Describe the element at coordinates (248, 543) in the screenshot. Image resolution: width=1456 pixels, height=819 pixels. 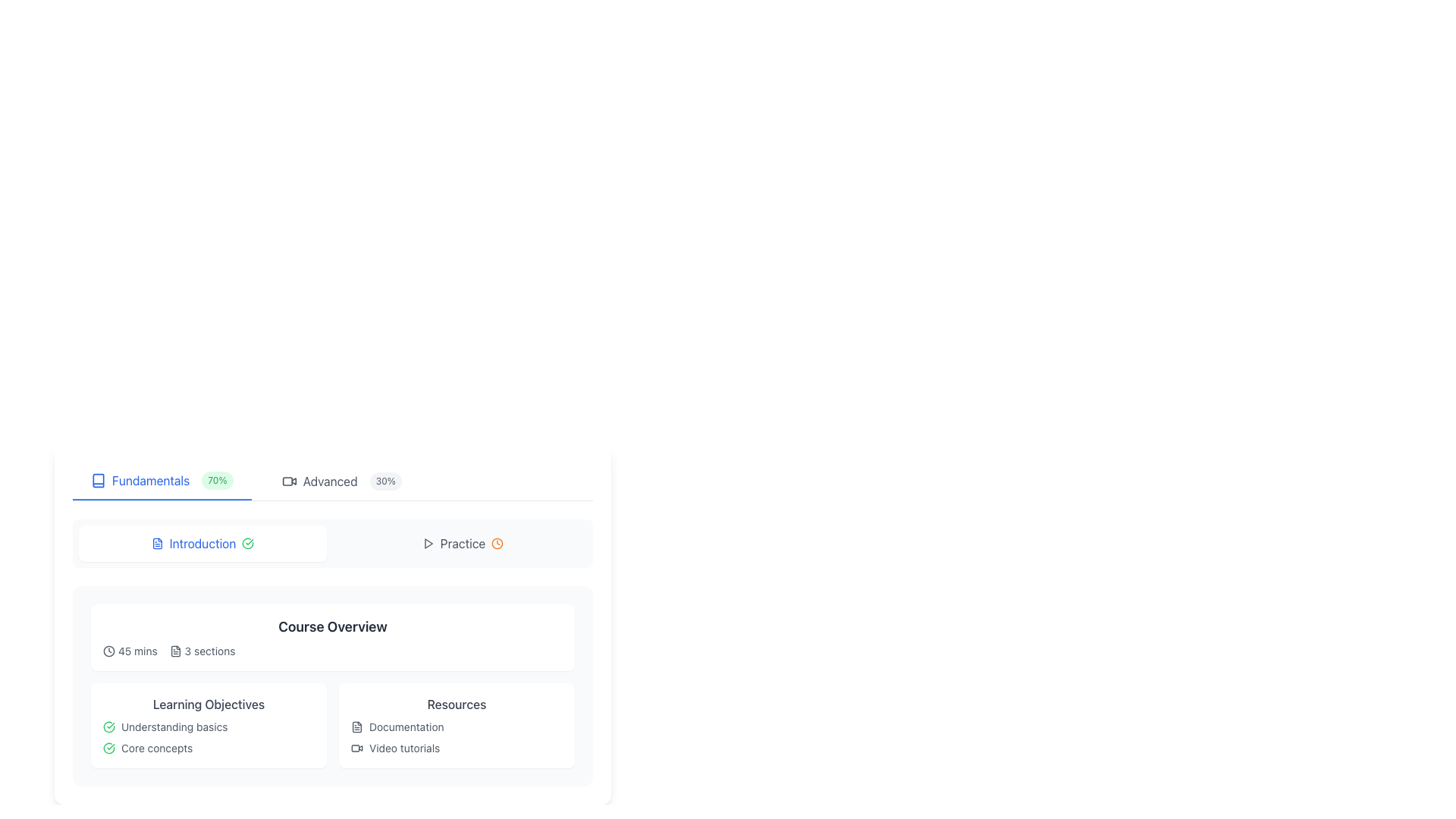
I see `the rightmost icon indicating the completion or status of the 'Introduction' section located below 'Fundamentals'` at that location.